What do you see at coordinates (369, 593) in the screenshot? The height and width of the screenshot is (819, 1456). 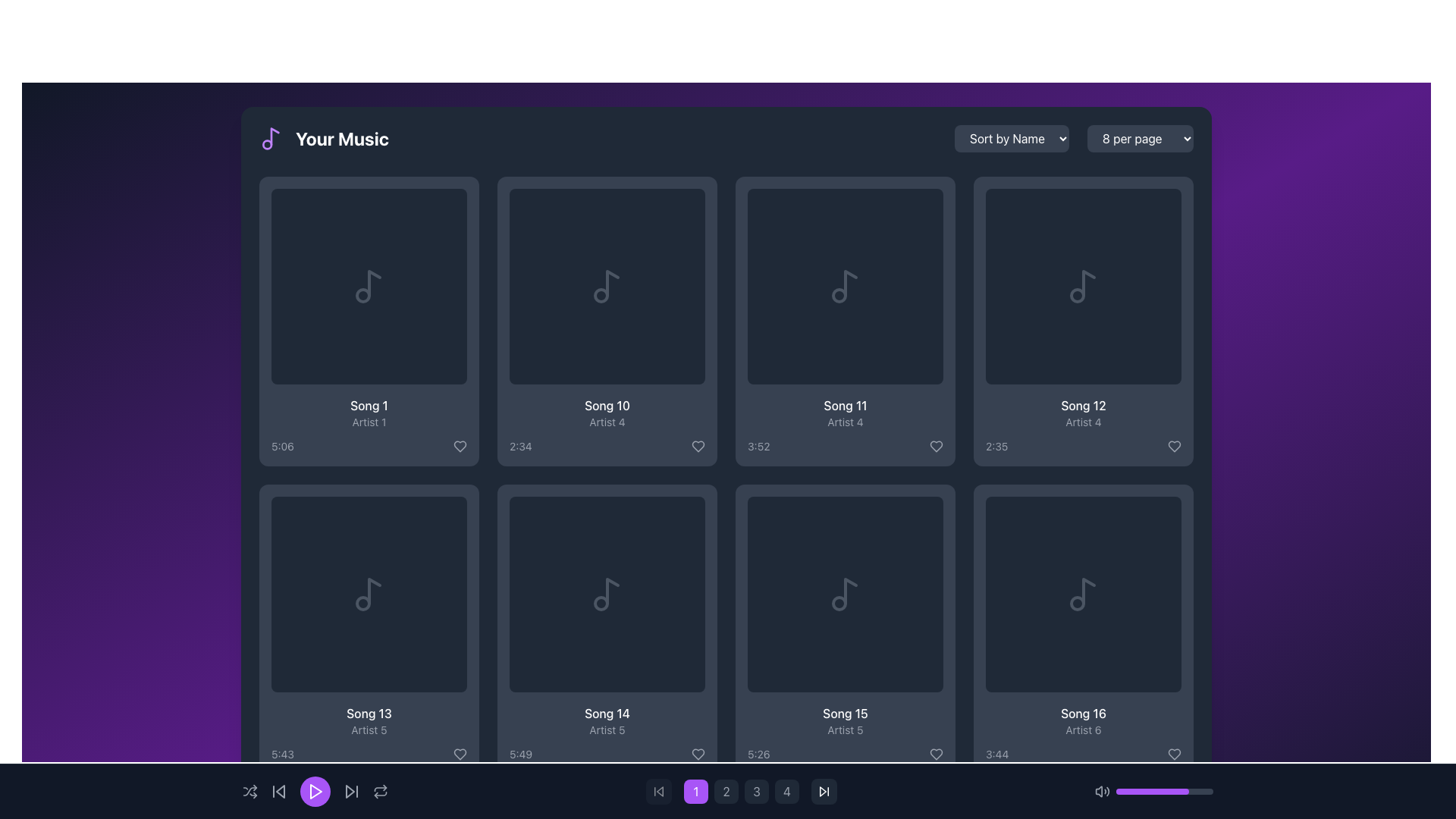 I see `the music icon representing the song entry for 'Song 13' by 'Artist 5', located in the bottom left of the interface` at bounding box center [369, 593].